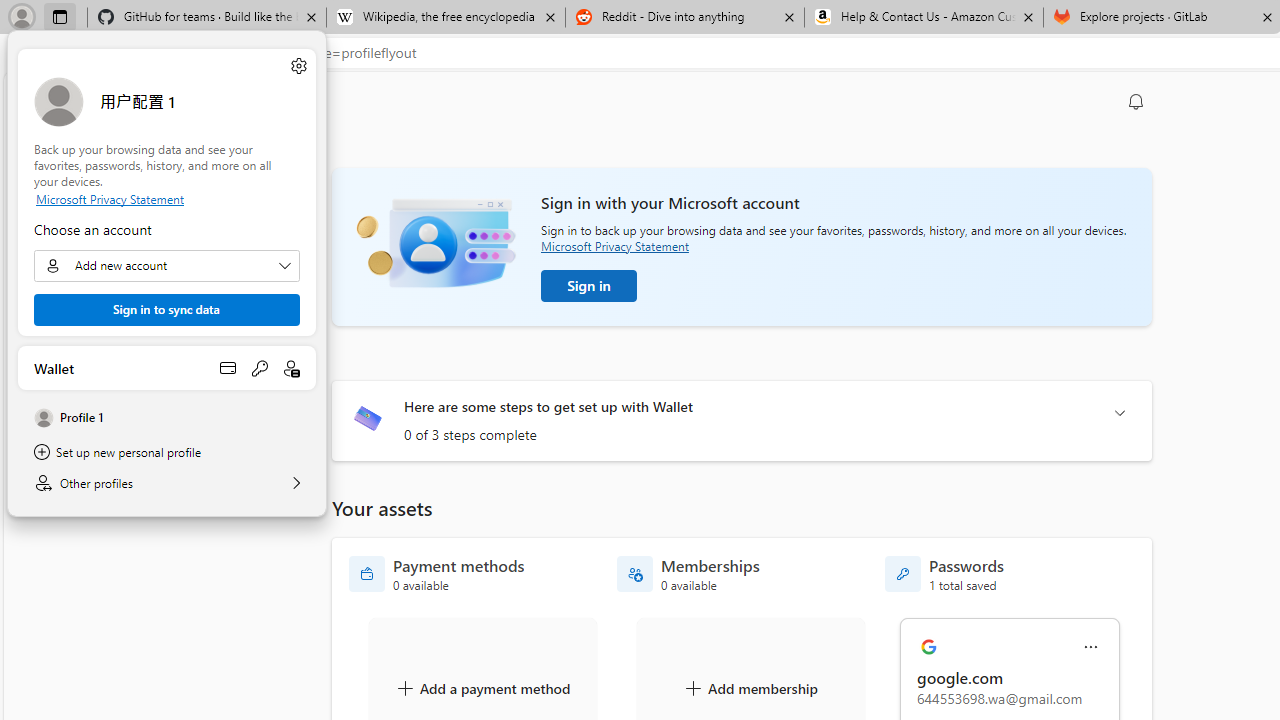 The image size is (1280, 720). Describe the element at coordinates (684, 17) in the screenshot. I see `'Reddit - Dive into anything'` at that location.